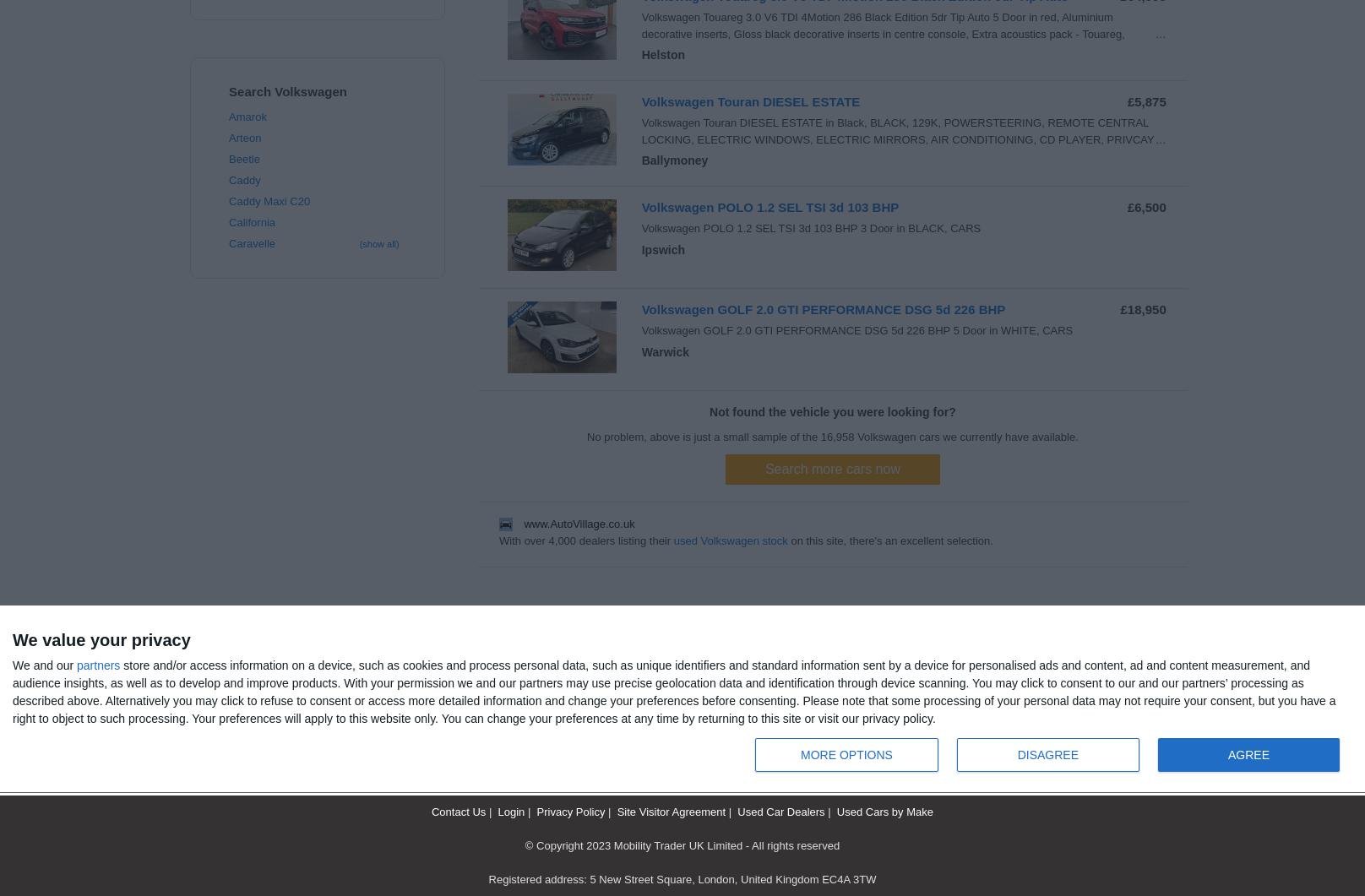  I want to click on 'Contact Us', so click(457, 811).